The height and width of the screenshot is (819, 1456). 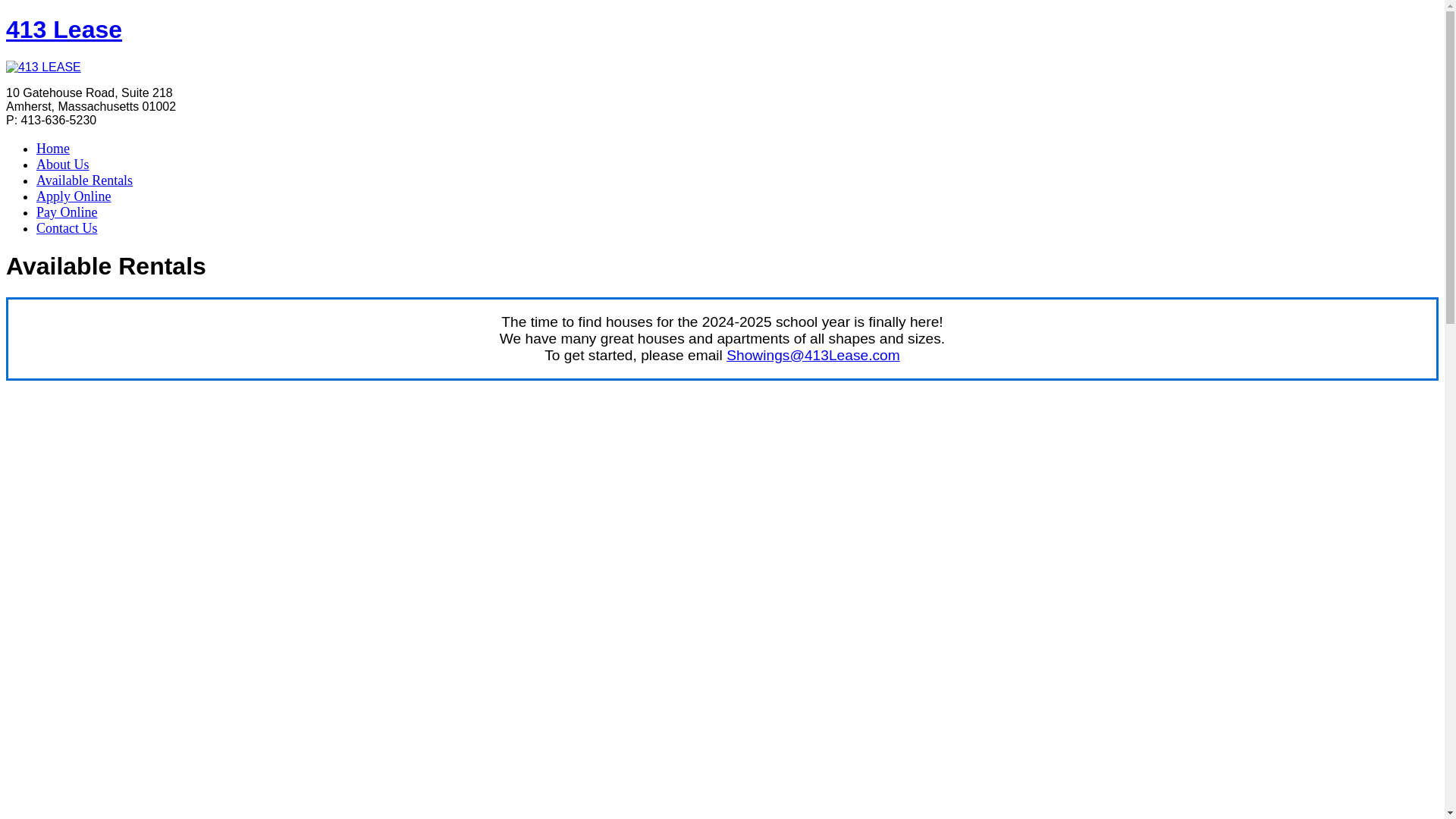 I want to click on 'Contact Us', so click(x=66, y=227).